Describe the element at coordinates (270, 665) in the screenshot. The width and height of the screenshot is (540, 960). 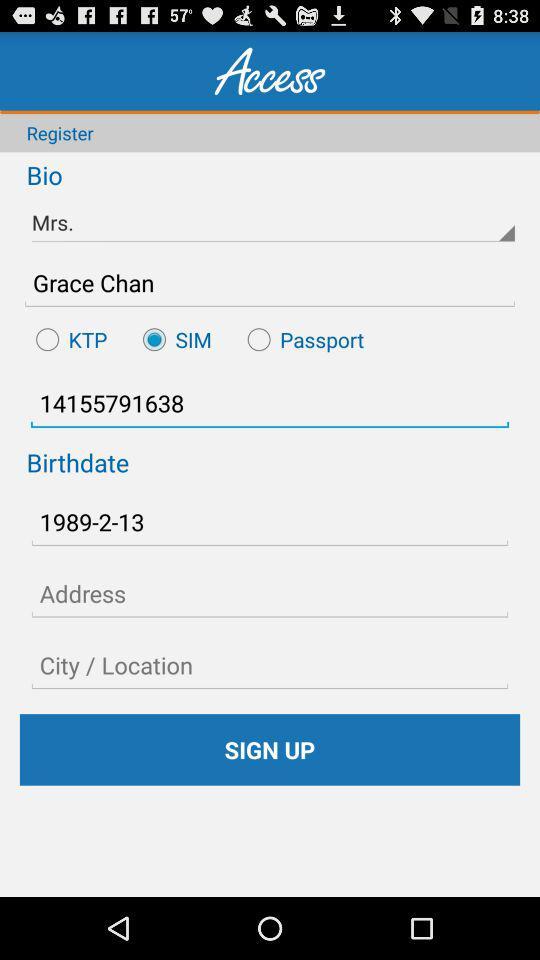
I see `location` at that location.